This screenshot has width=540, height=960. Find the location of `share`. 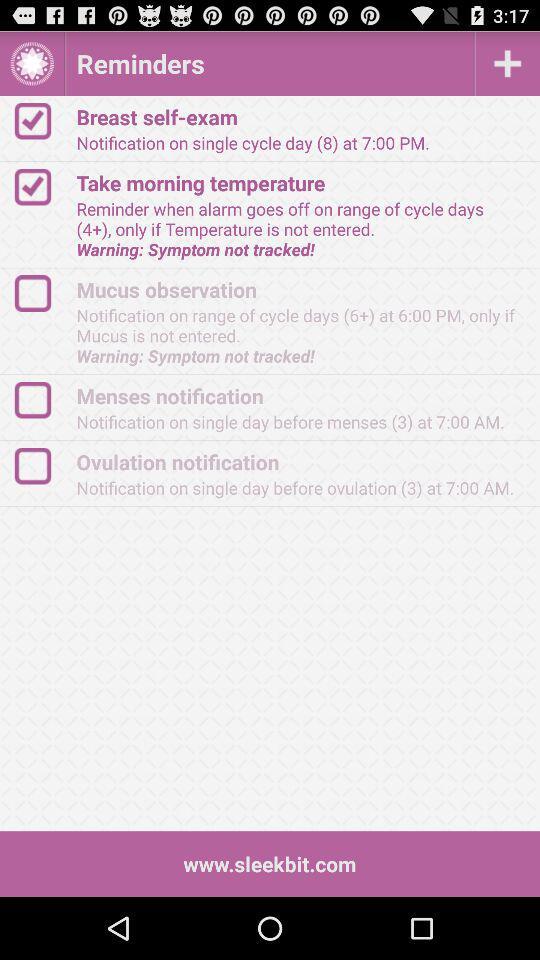

share is located at coordinates (42, 187).